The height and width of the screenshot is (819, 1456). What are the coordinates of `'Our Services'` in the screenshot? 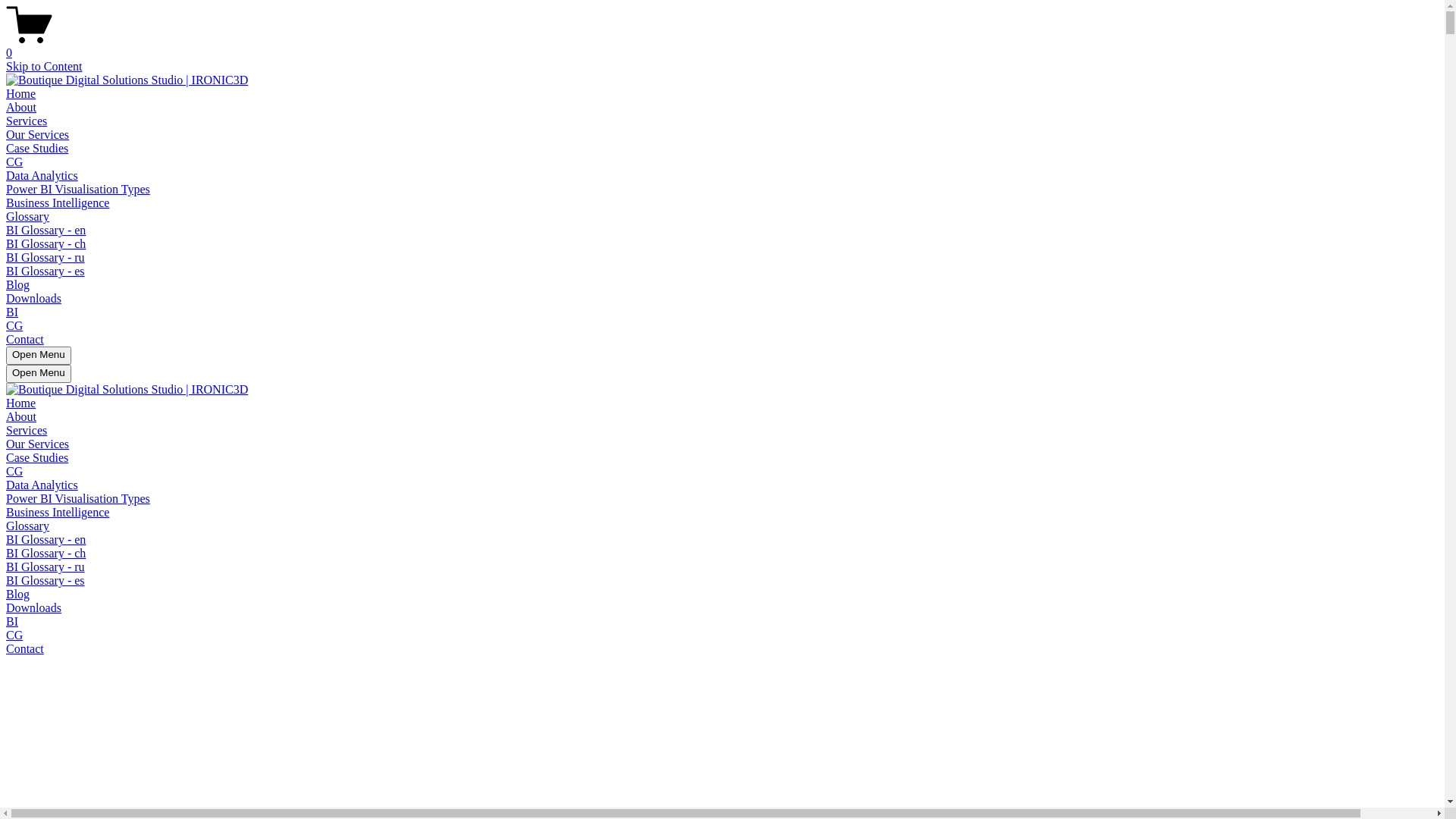 It's located at (6, 444).